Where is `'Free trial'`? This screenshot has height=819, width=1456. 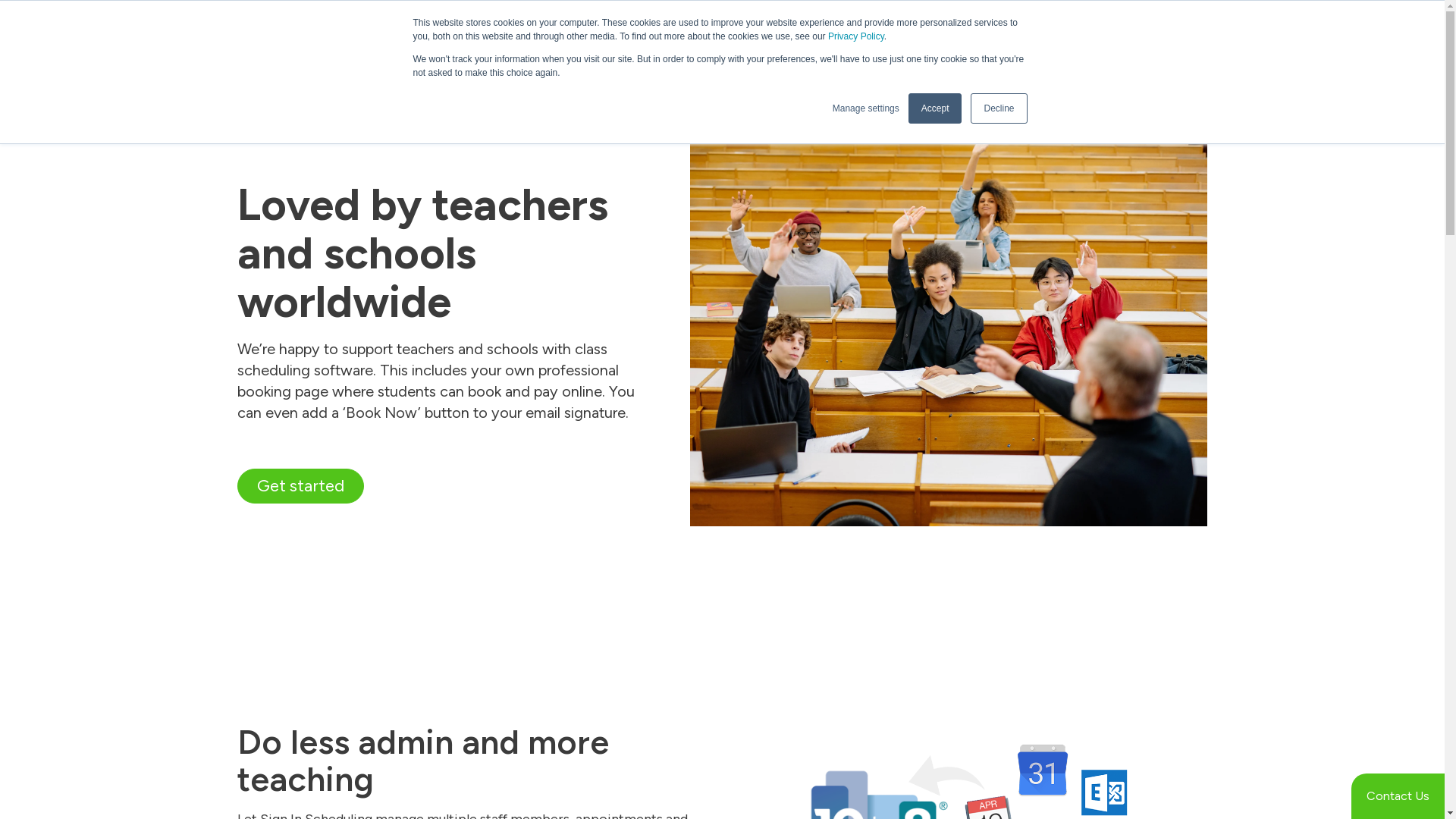 'Free trial' is located at coordinates (1160, 65).